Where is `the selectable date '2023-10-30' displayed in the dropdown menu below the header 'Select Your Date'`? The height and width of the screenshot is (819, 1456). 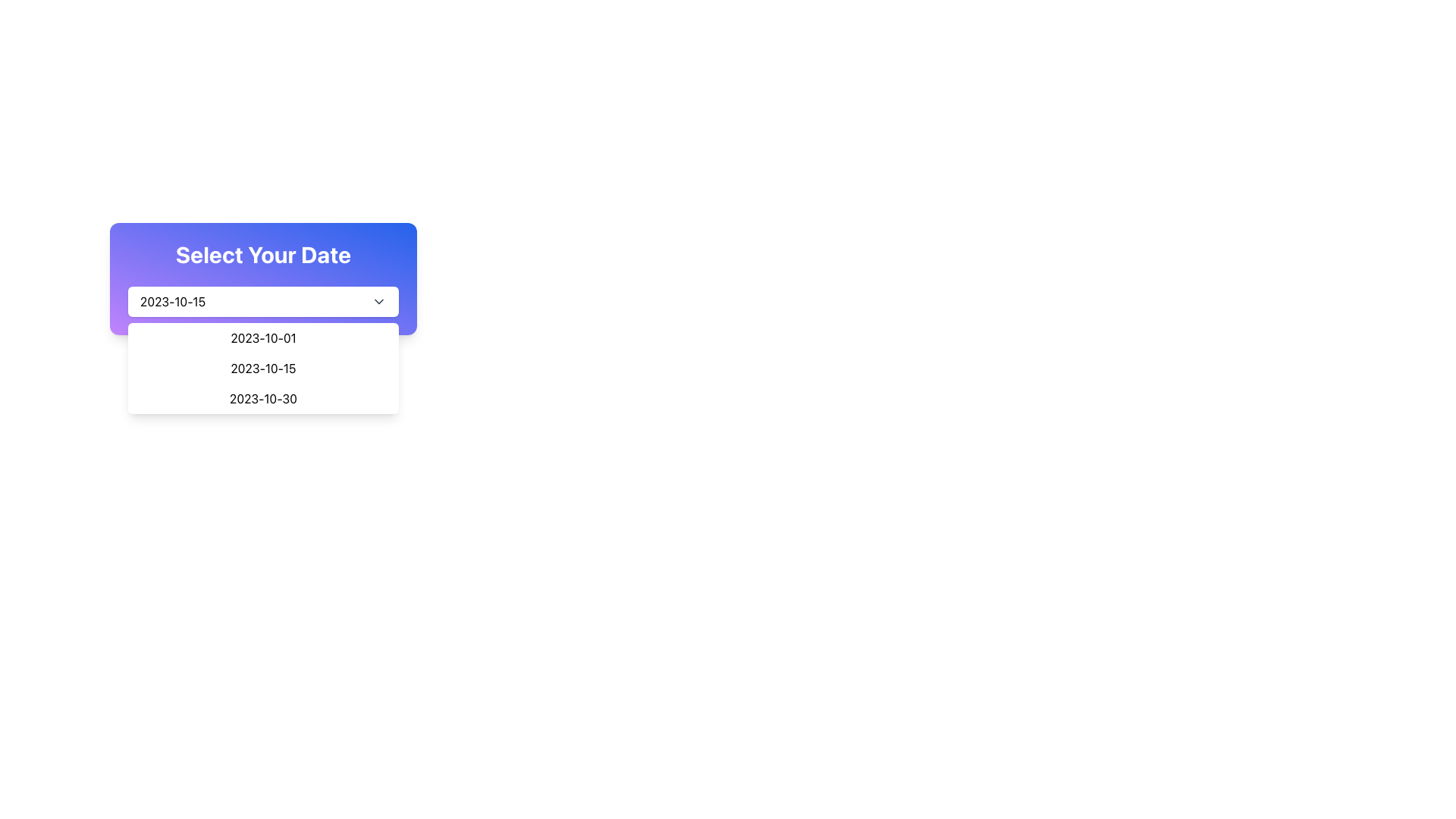
the selectable date '2023-10-30' displayed in the dropdown menu below the header 'Select Your Date' is located at coordinates (263, 397).